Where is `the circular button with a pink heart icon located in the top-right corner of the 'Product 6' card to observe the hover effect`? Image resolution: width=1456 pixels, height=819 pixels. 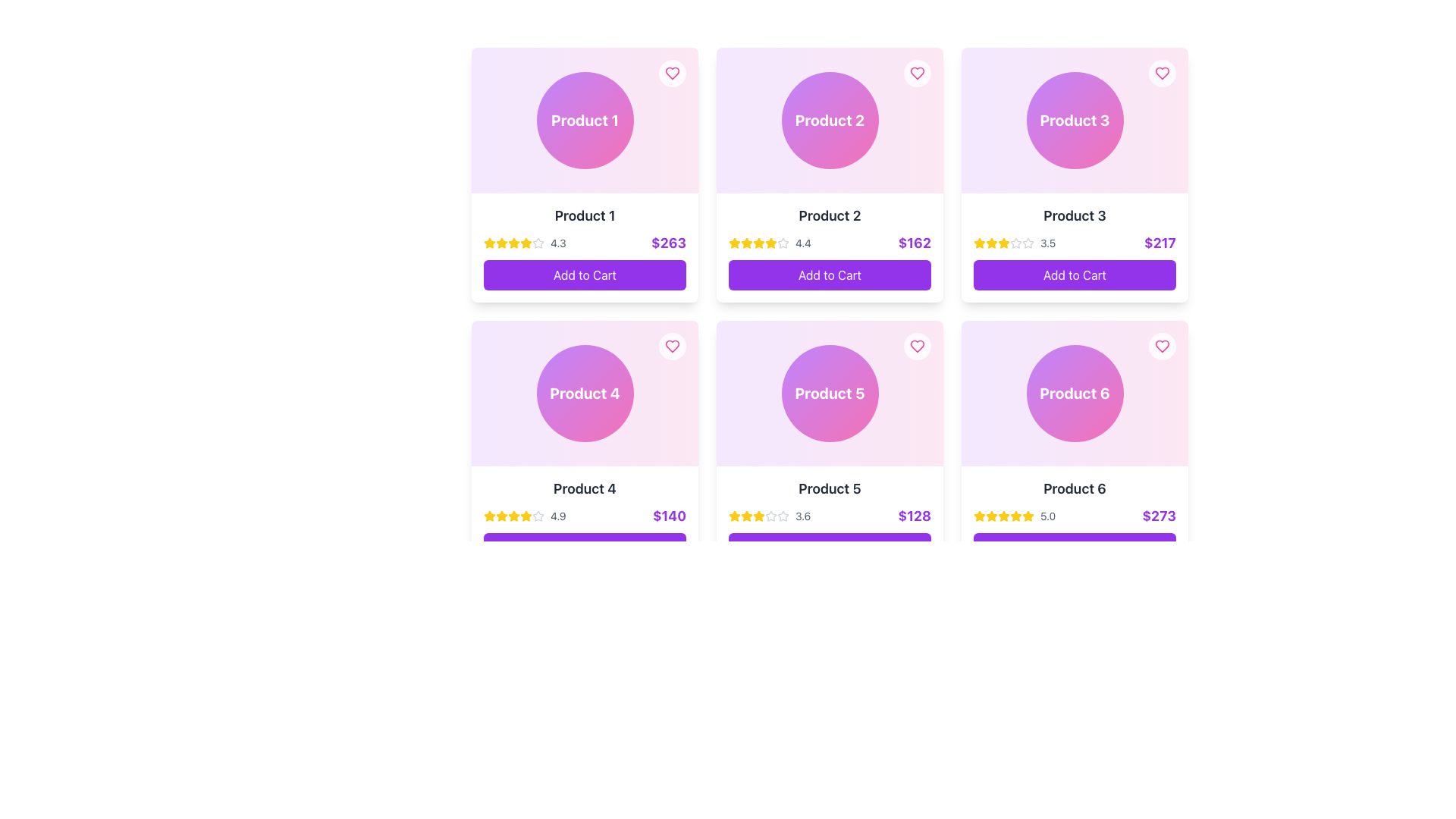
the circular button with a pink heart icon located in the top-right corner of the 'Product 6' card to observe the hover effect is located at coordinates (1161, 346).